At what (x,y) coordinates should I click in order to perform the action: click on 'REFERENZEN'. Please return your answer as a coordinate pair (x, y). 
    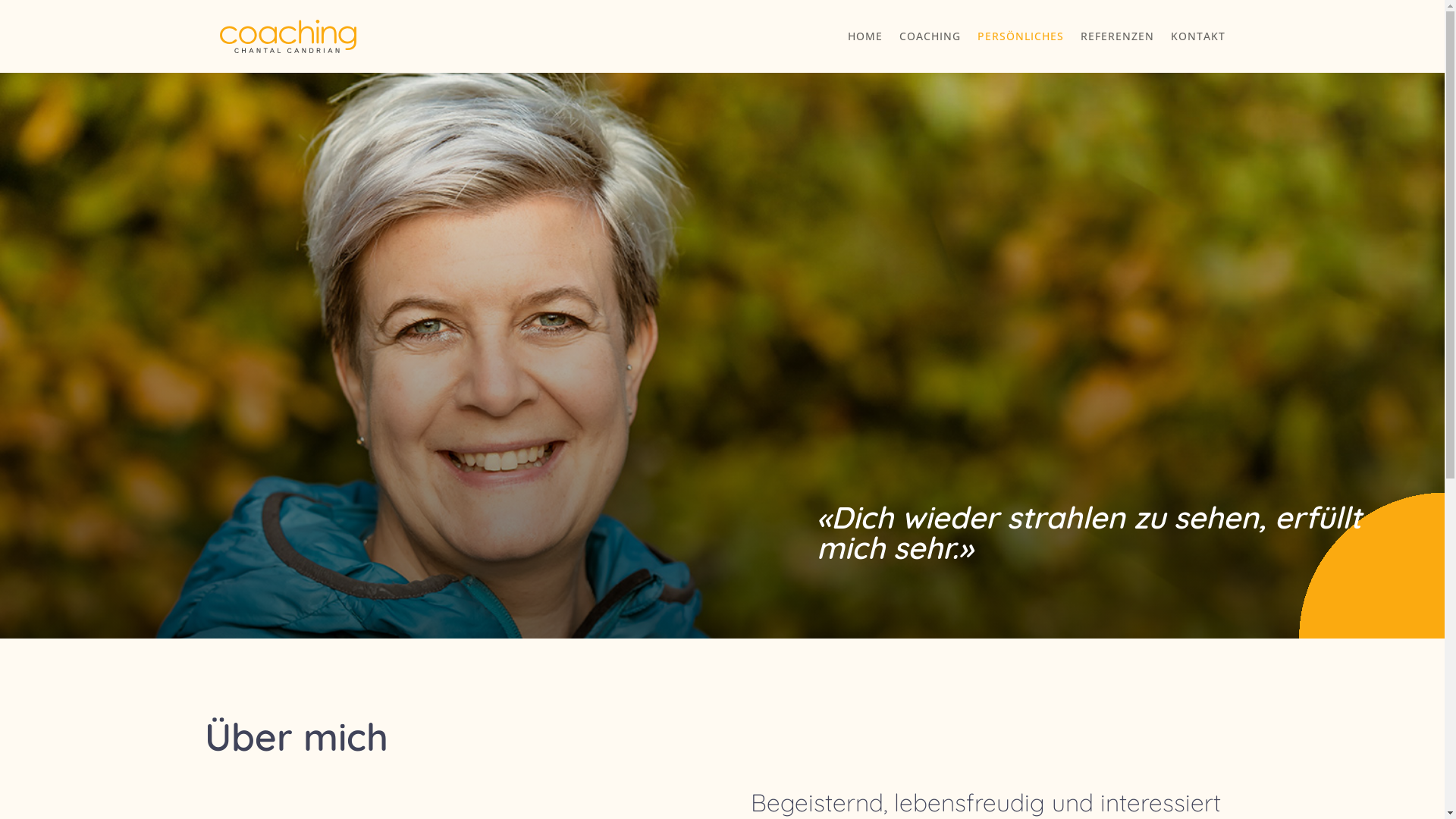
    Looking at the image, I should click on (1116, 35).